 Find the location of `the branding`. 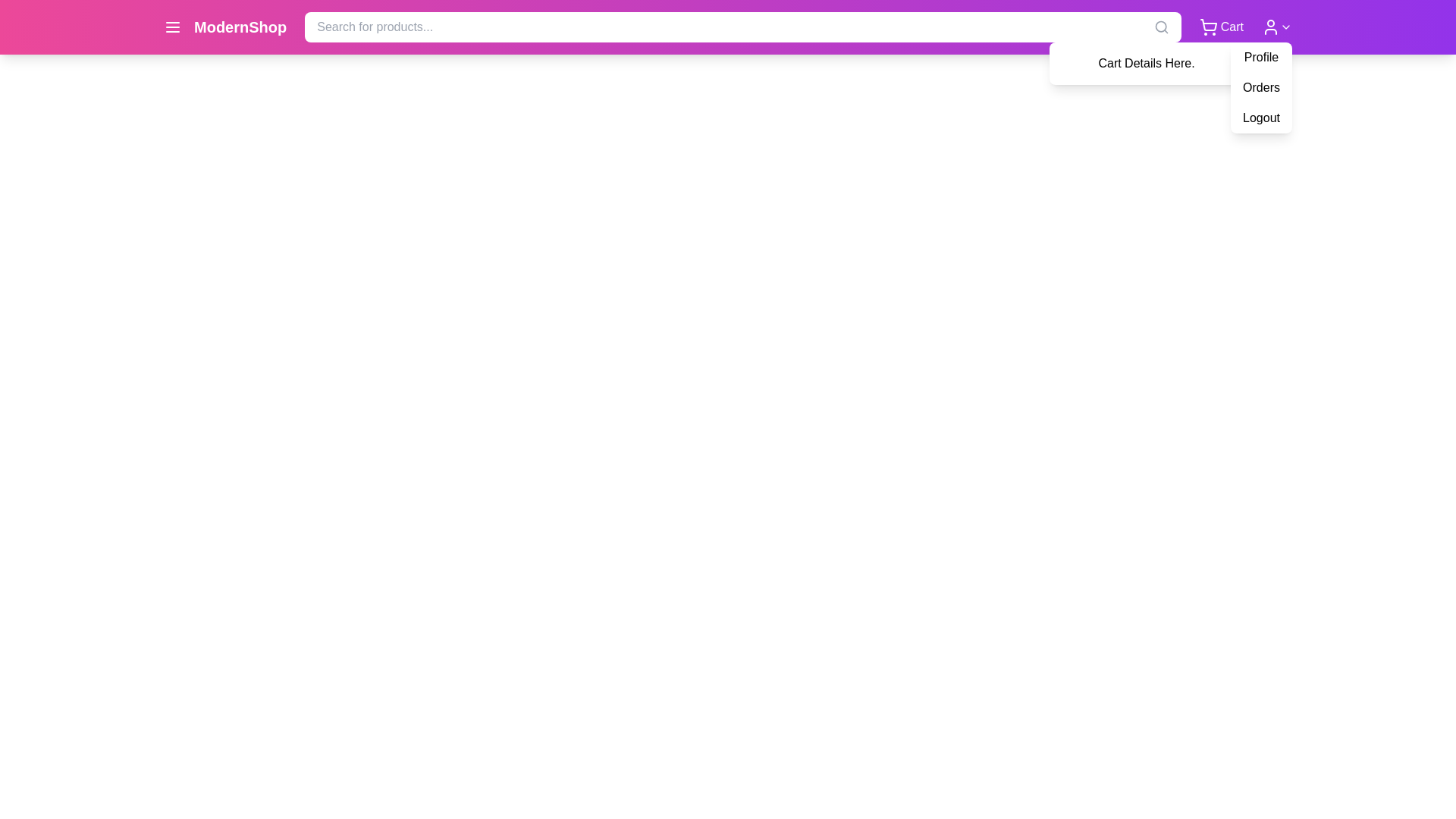

the branding is located at coordinates (240, 27).